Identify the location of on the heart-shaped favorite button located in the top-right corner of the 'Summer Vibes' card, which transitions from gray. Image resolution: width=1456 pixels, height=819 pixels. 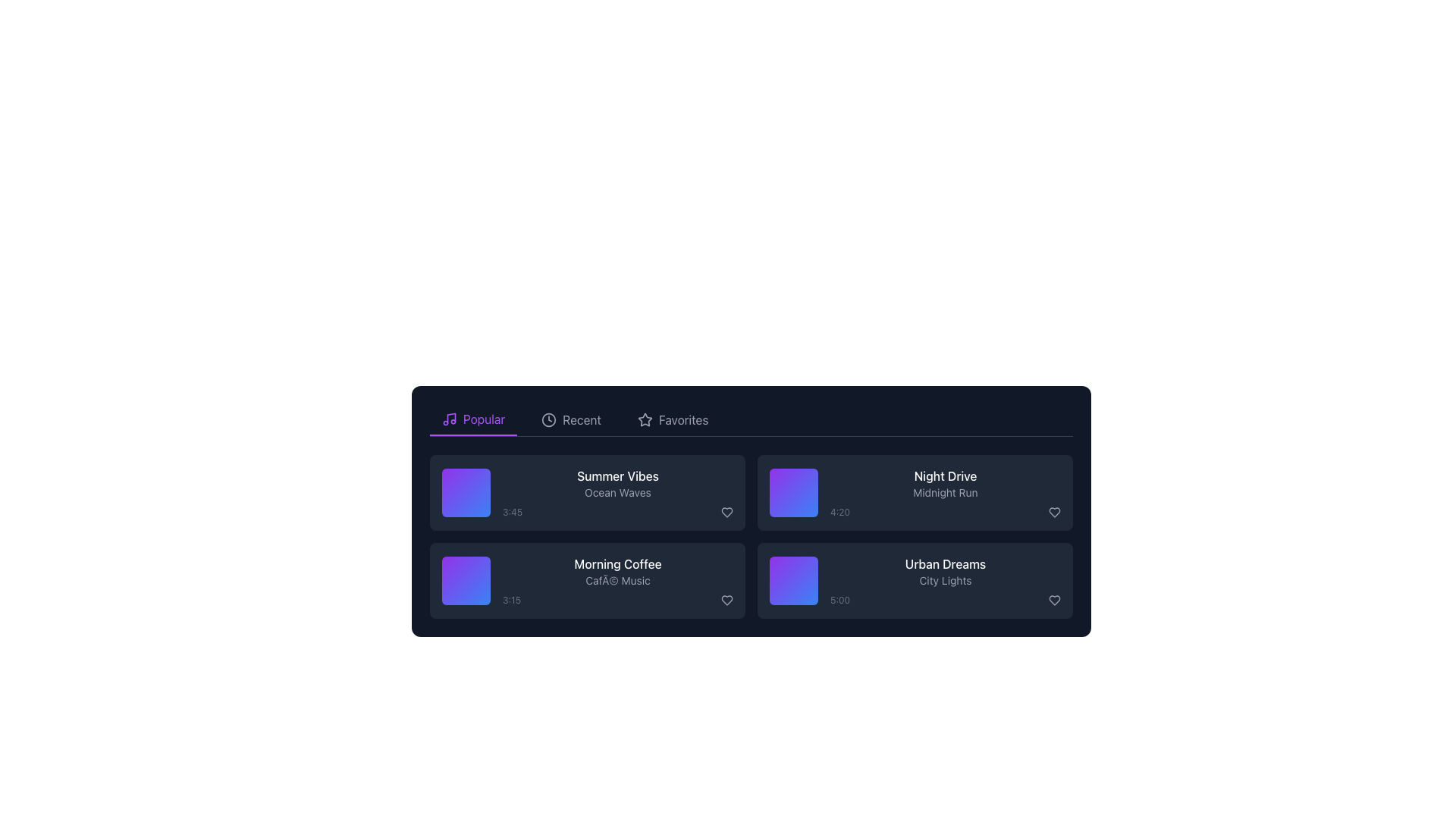
(726, 512).